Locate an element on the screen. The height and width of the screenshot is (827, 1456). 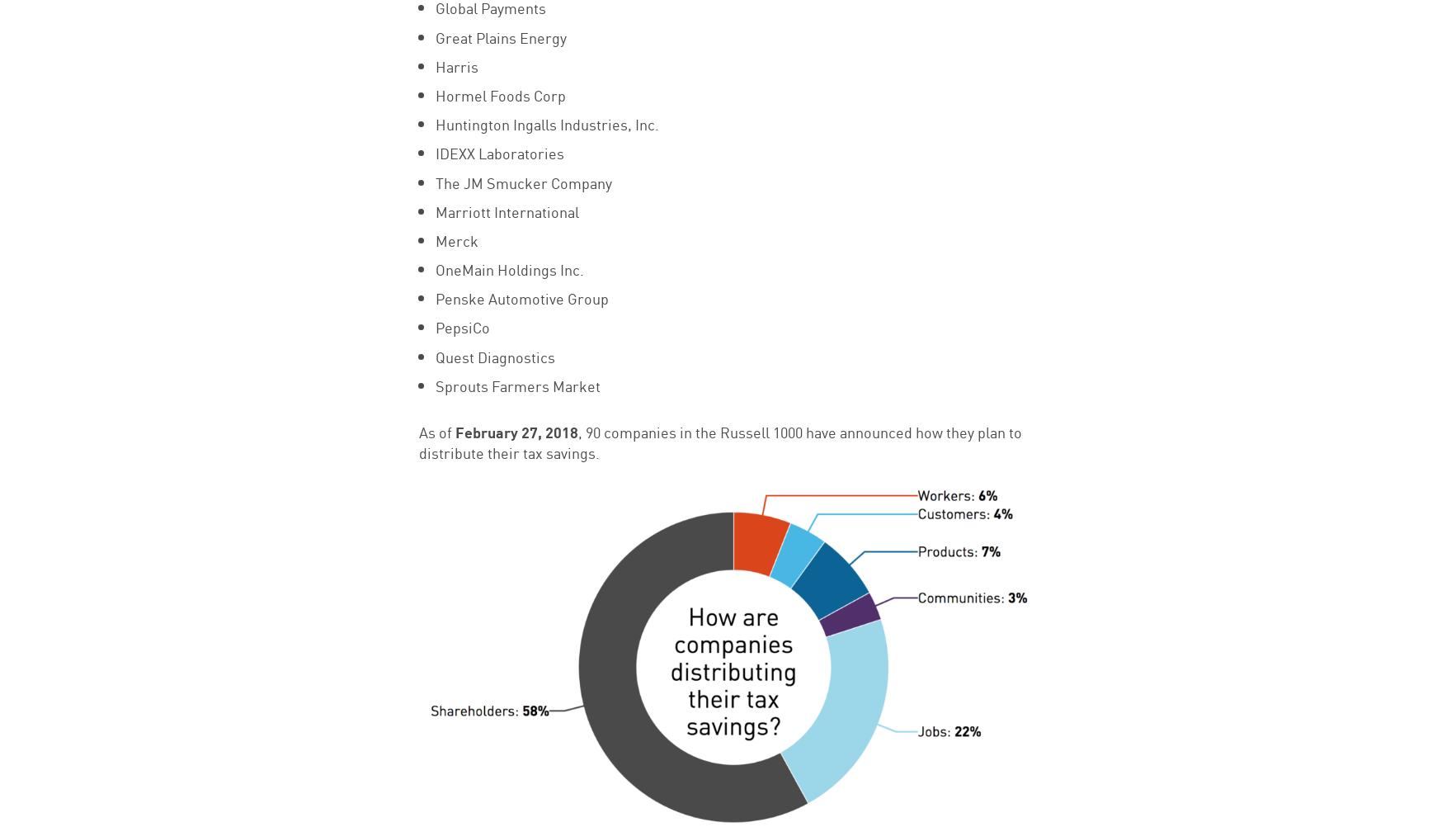
'Marriott International' is located at coordinates (434, 210).